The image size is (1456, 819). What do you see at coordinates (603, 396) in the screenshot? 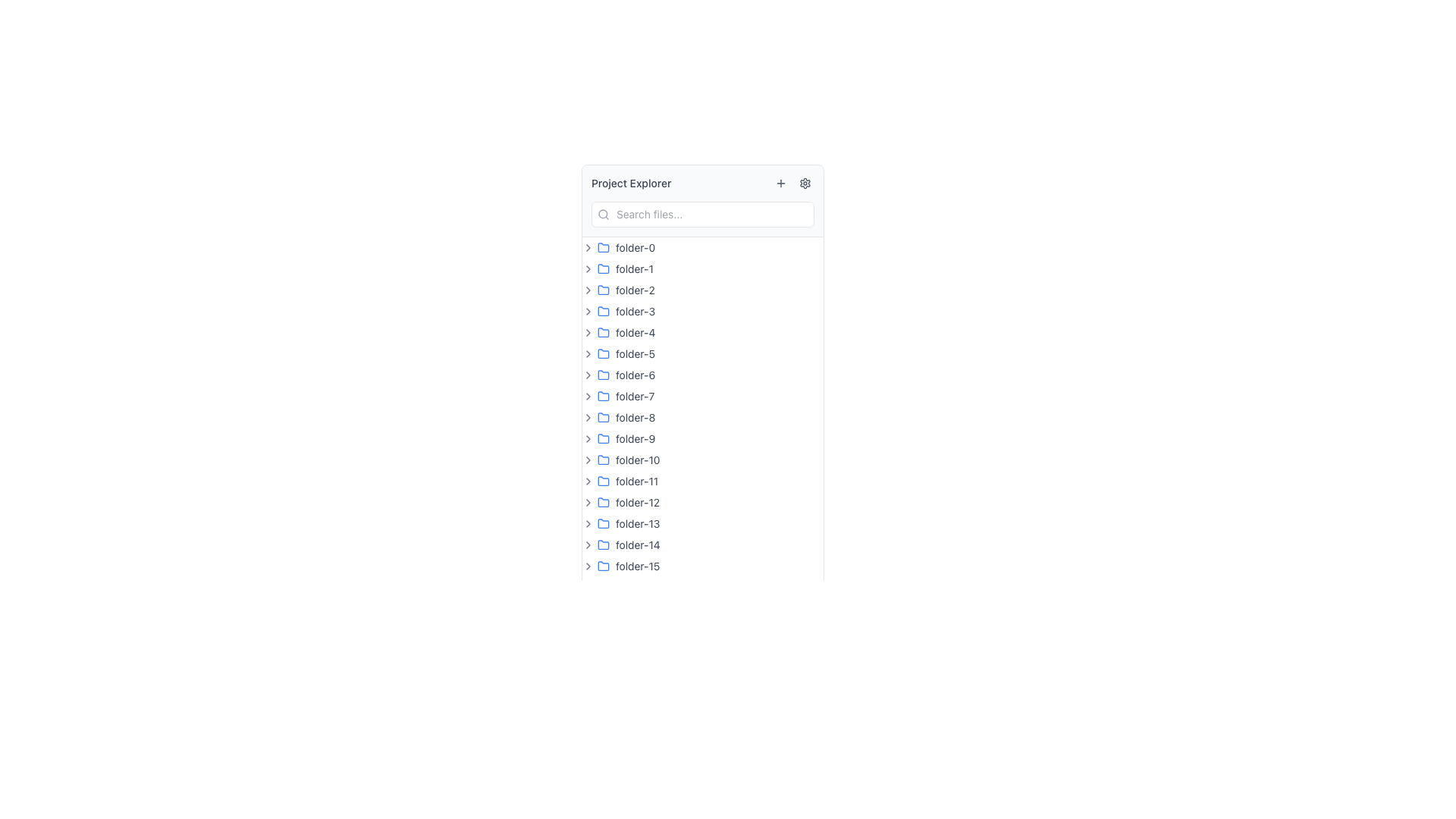
I see `the folder icon located to the left of the text label 'folder-7' in the list of folders` at bounding box center [603, 396].